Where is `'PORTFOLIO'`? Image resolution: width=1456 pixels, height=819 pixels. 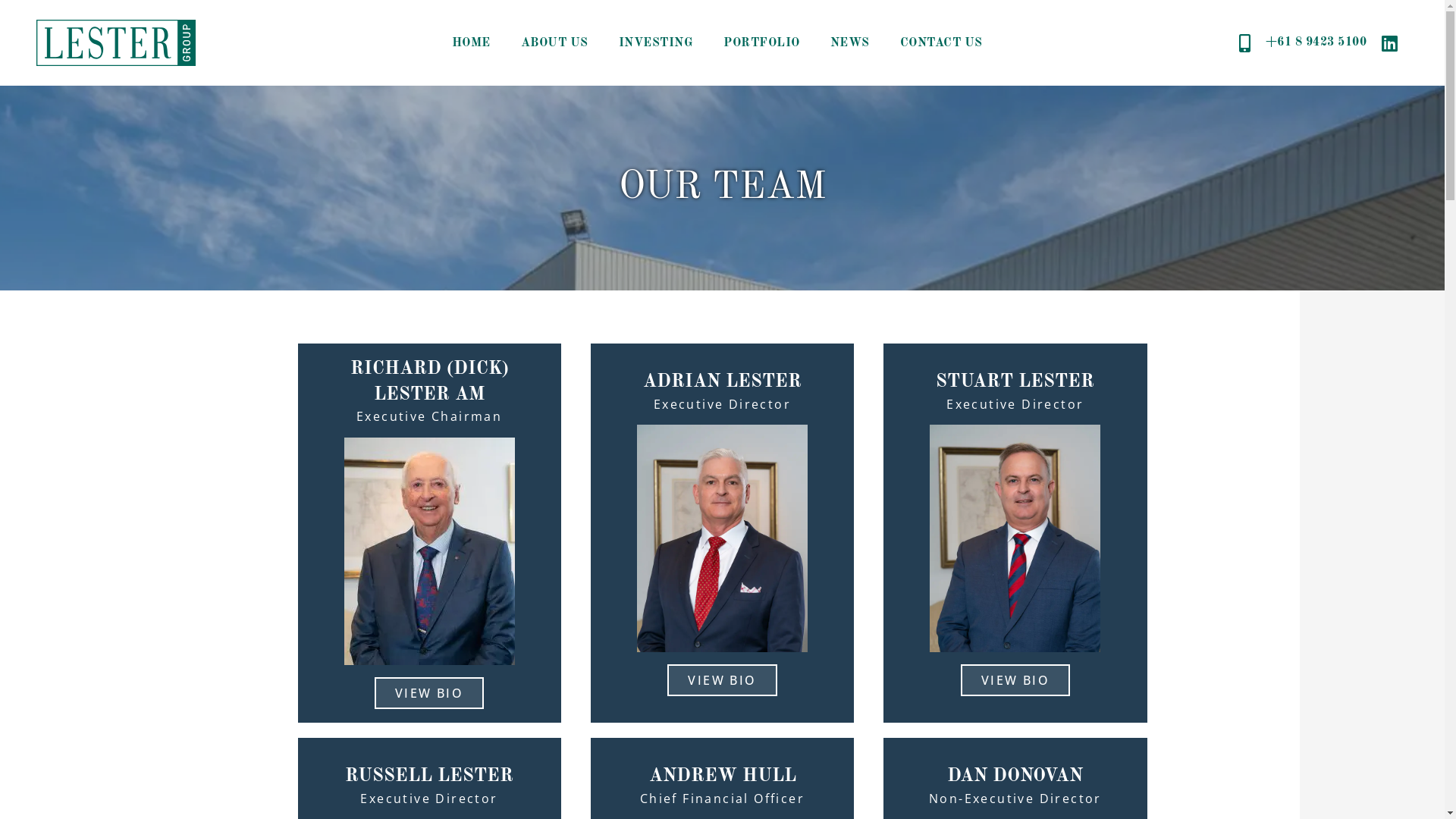 'PORTFOLIO' is located at coordinates (761, 42).